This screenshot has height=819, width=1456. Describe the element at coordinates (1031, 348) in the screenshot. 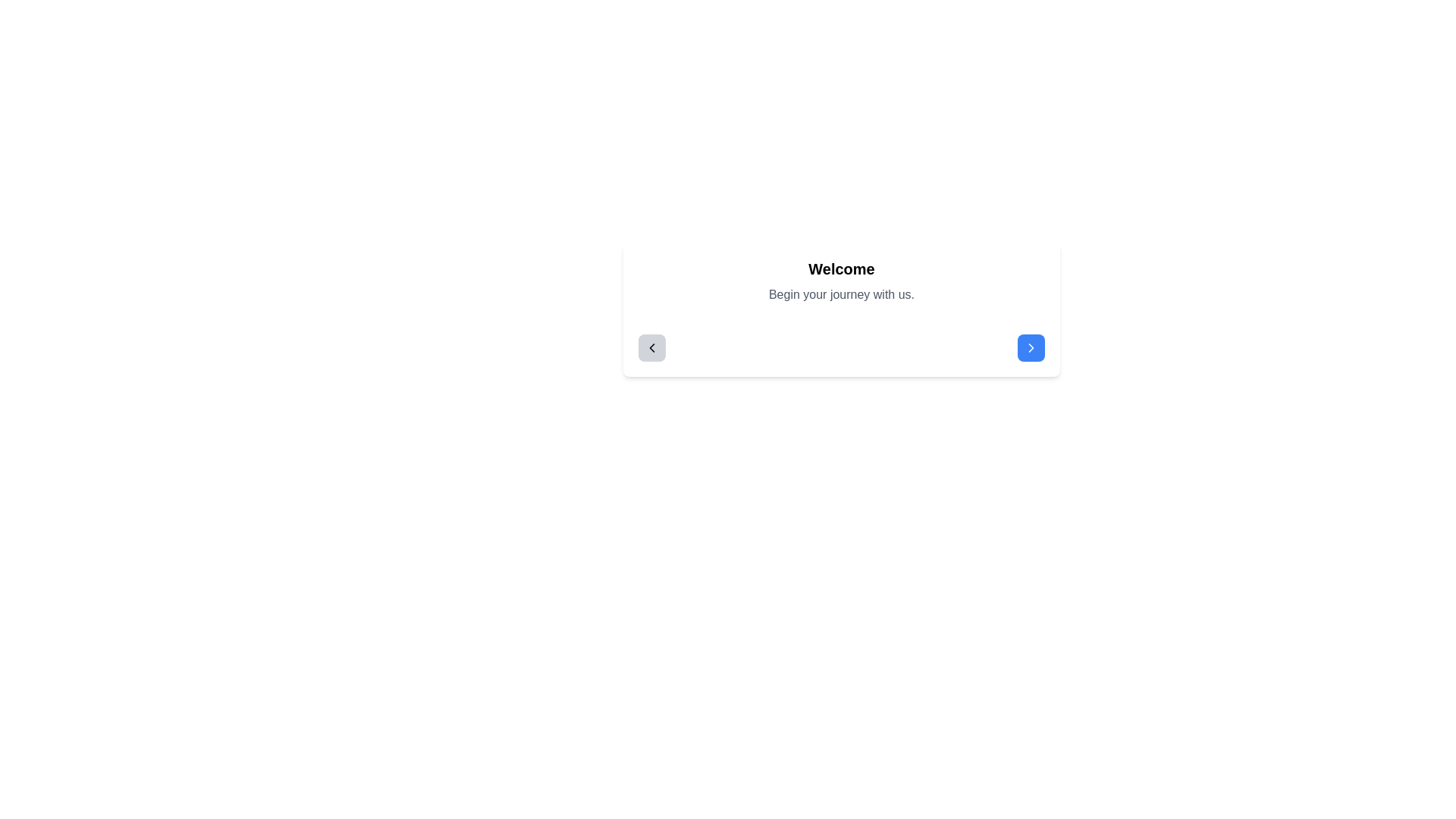

I see `the Chevron Right icon, which is a minimalistic arrow pointing to the right located at the bottom-right corner of the card containing a welcome message` at that location.